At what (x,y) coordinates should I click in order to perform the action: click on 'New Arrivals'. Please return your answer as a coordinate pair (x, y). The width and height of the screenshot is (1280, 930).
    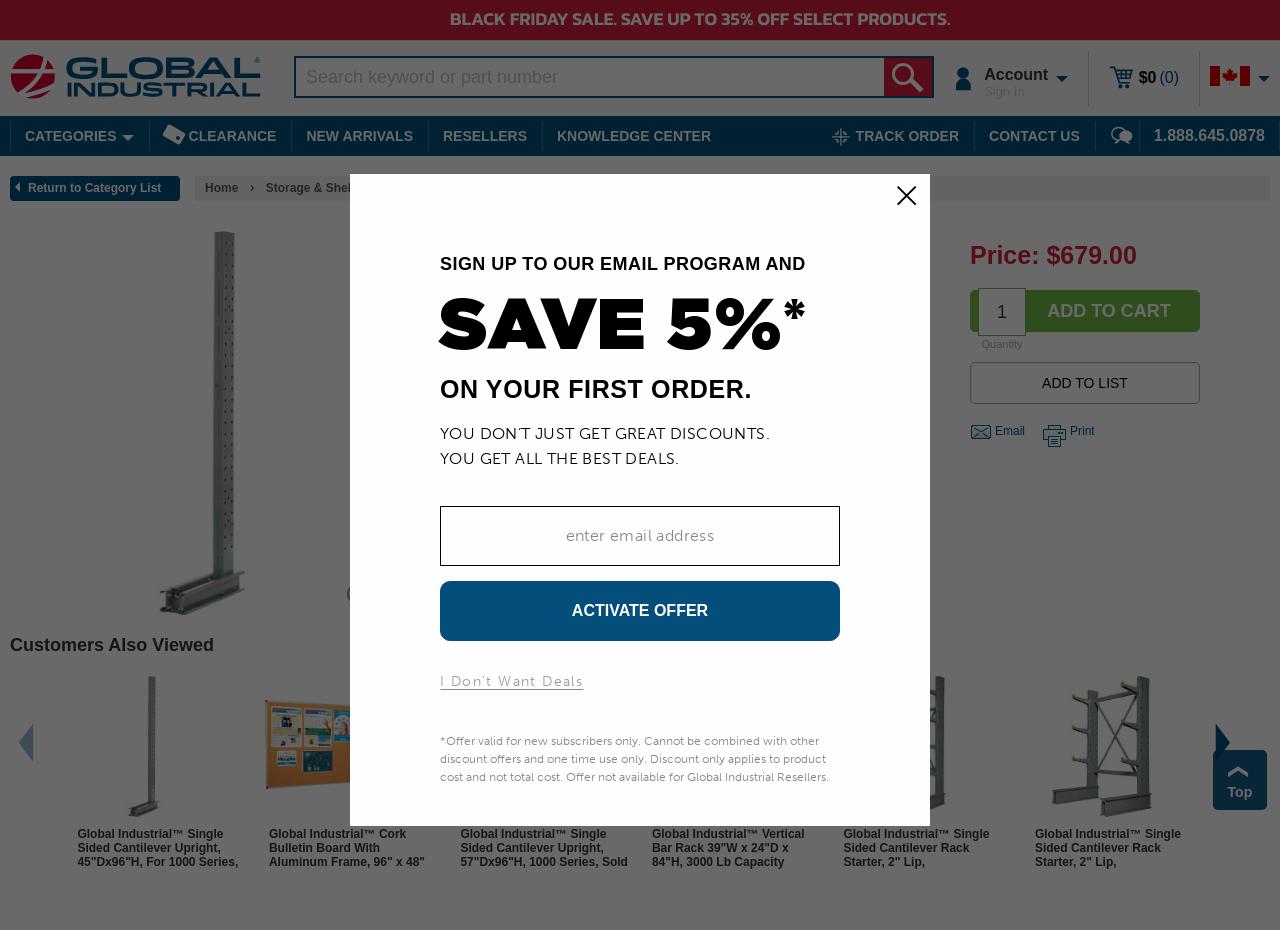
    Looking at the image, I should click on (359, 135).